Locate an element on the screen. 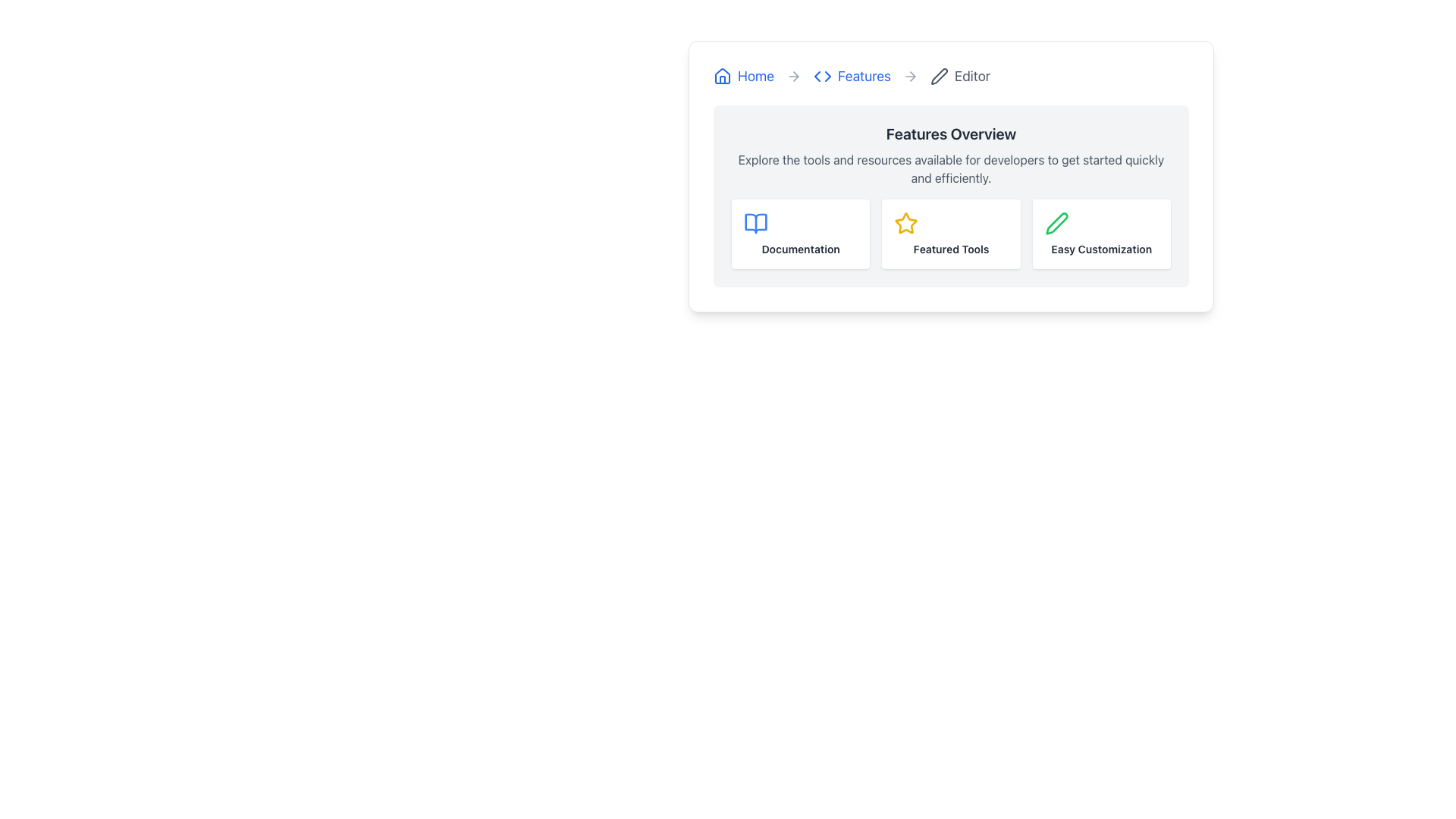 The width and height of the screenshot is (1456, 819). the simplified house icon in the breadcrumb navigation bar is located at coordinates (722, 76).